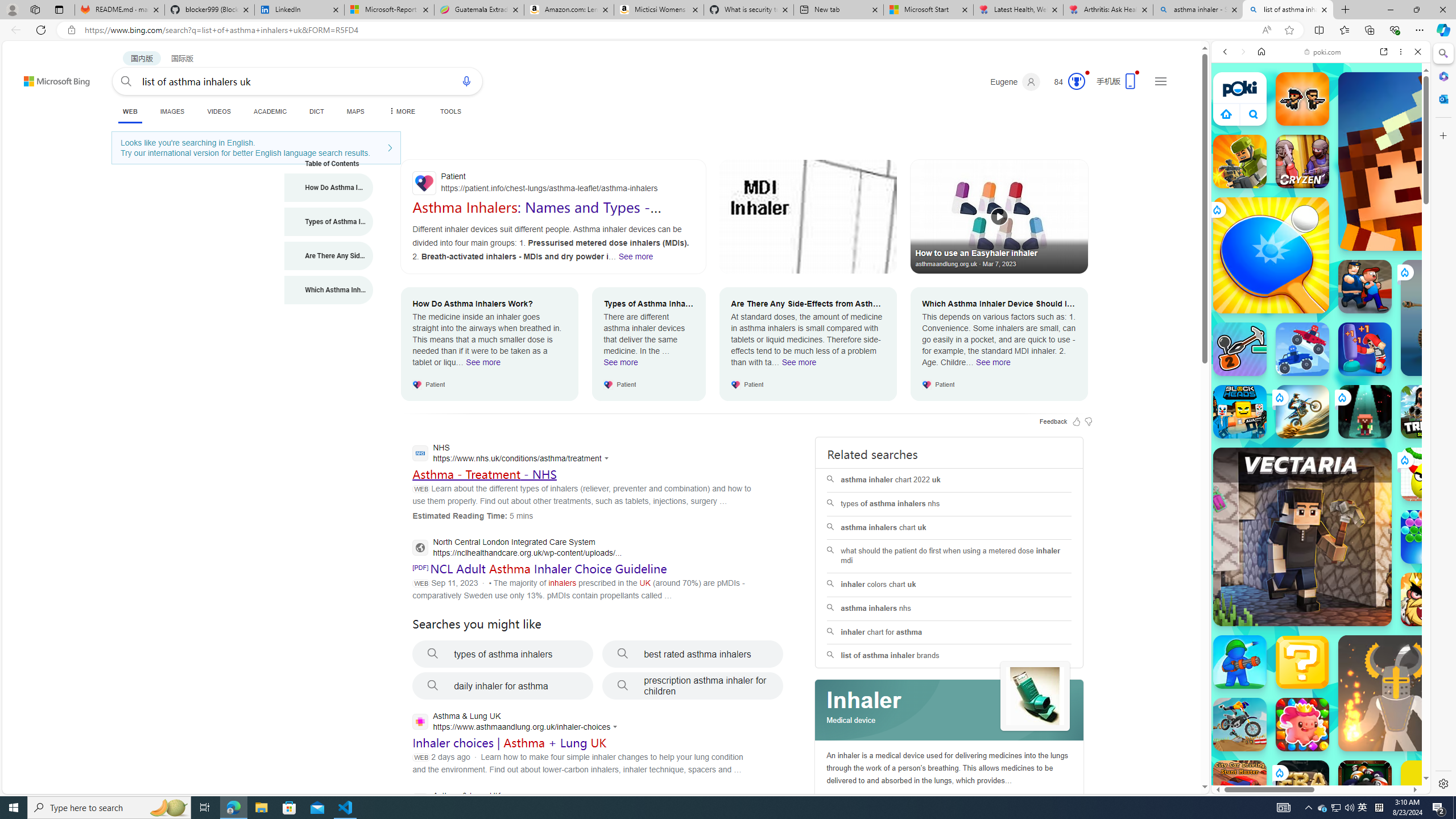  I want to click on 'Stunt Bike Extreme Stunt Bike Extreme', so click(1301, 411).